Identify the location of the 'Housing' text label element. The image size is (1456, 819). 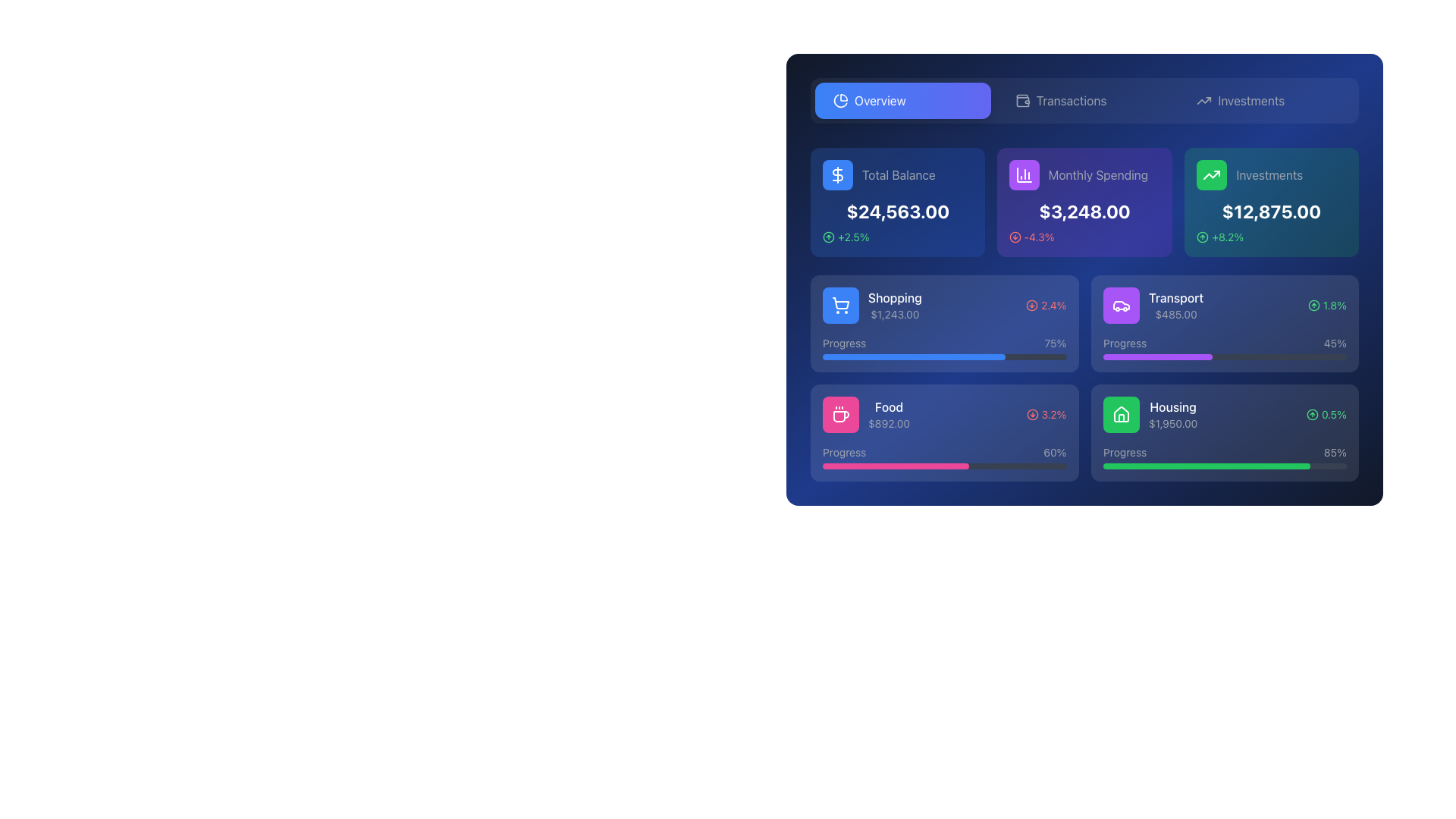
(1172, 406).